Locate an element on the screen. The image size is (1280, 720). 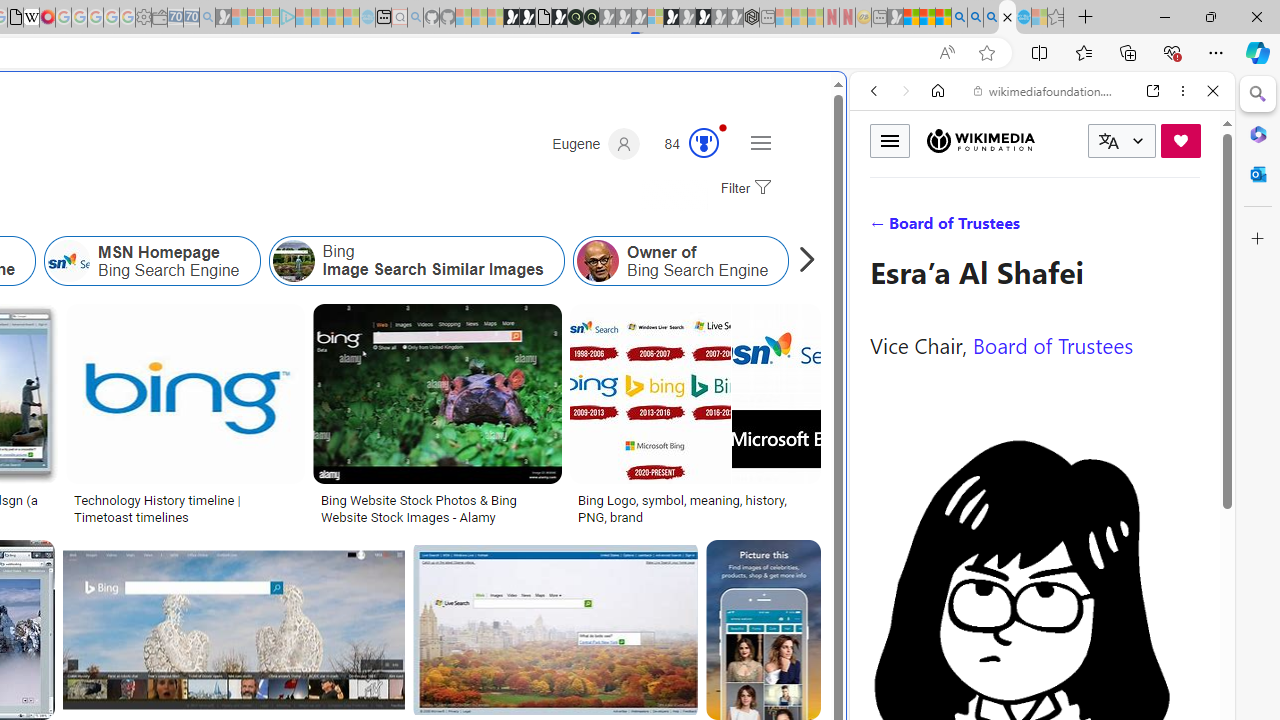
'Frequently visited' is located at coordinates (417, 265).